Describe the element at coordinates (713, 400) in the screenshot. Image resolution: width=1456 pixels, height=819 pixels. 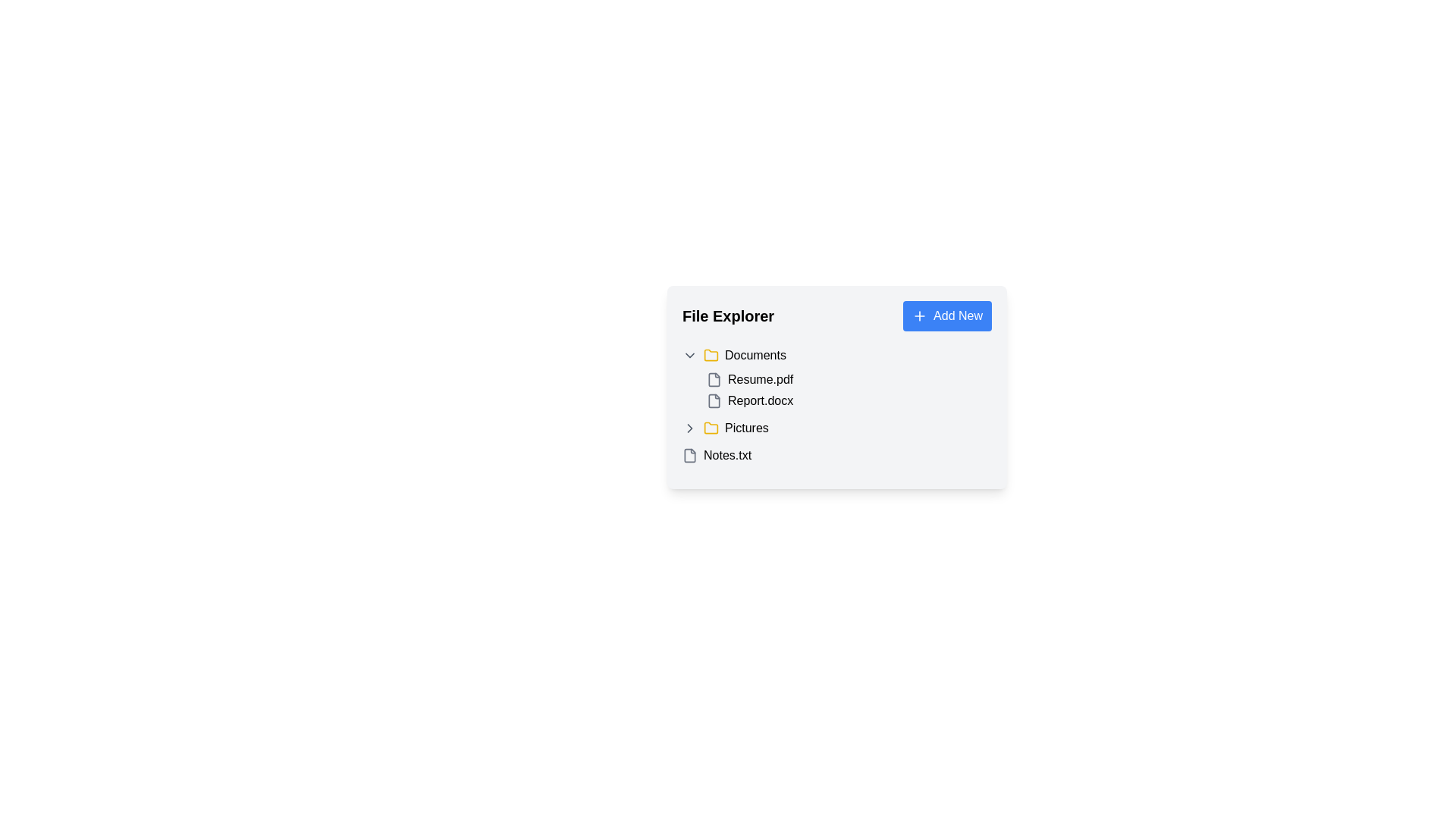
I see `the icon representing the file 'Report.docx' located` at that location.